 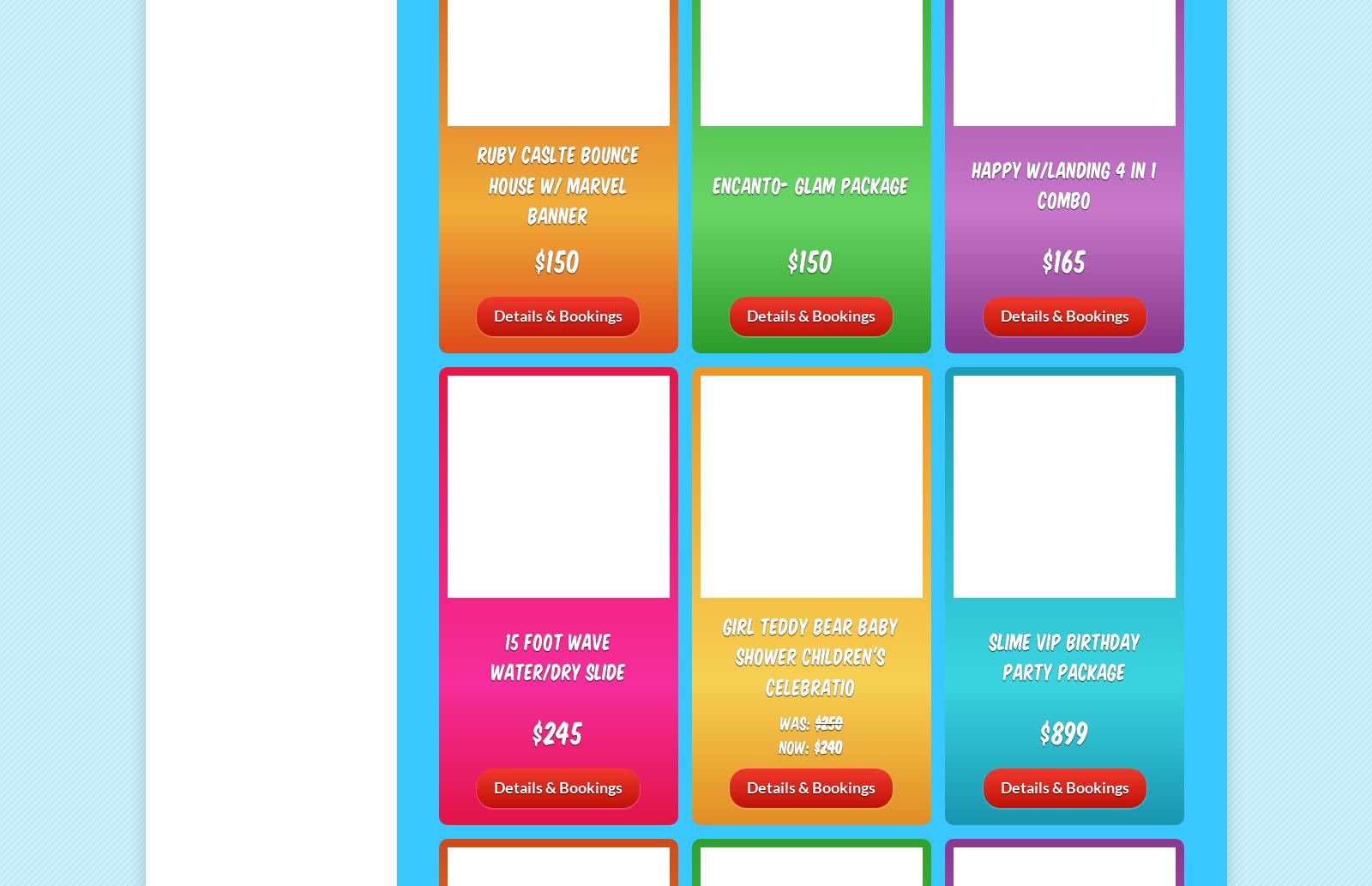 I want to click on '$240', so click(x=814, y=745).